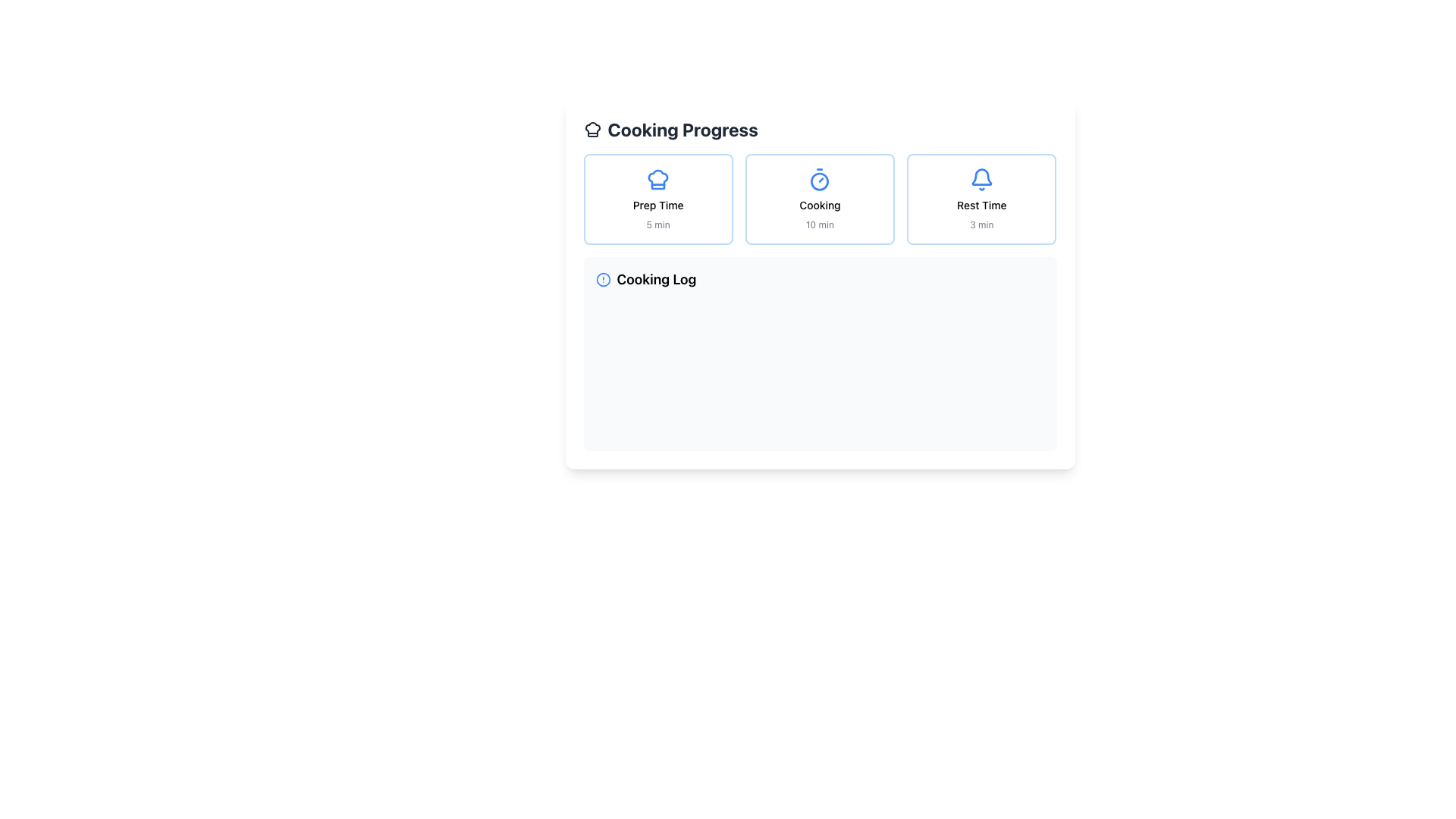 Image resolution: width=1456 pixels, height=819 pixels. What do you see at coordinates (981, 178) in the screenshot?
I see `the 'Rest Time' icon located in the upper section of the 'Rest Time' card, which is the third card in a row of three cards, positioned in the top-right of the 'Cooking Progress' section` at bounding box center [981, 178].